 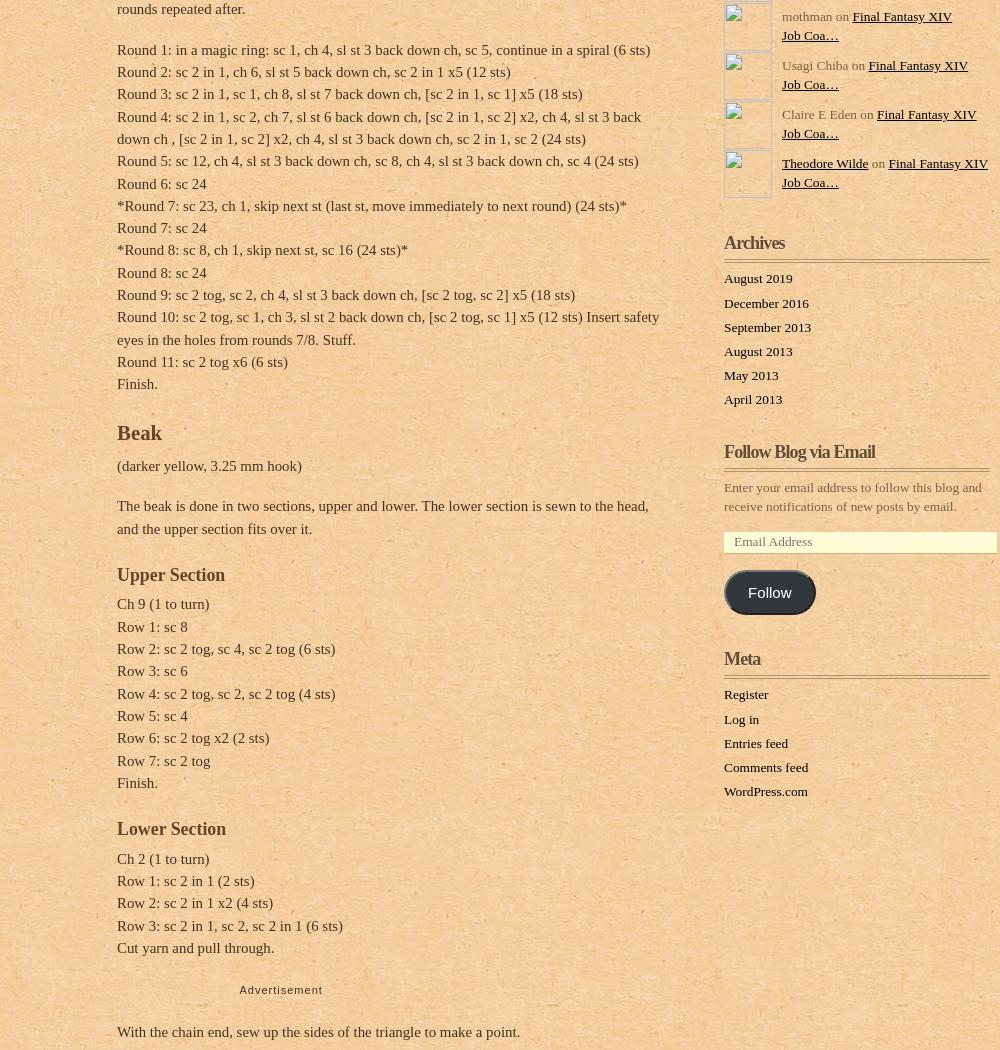 I want to click on 'Round 9: sc 2 tog, sc 2, ch 4, sl st 3 back down ch, [sc 2 tog, sc 2] x5 (18 sts)', so click(x=345, y=294).